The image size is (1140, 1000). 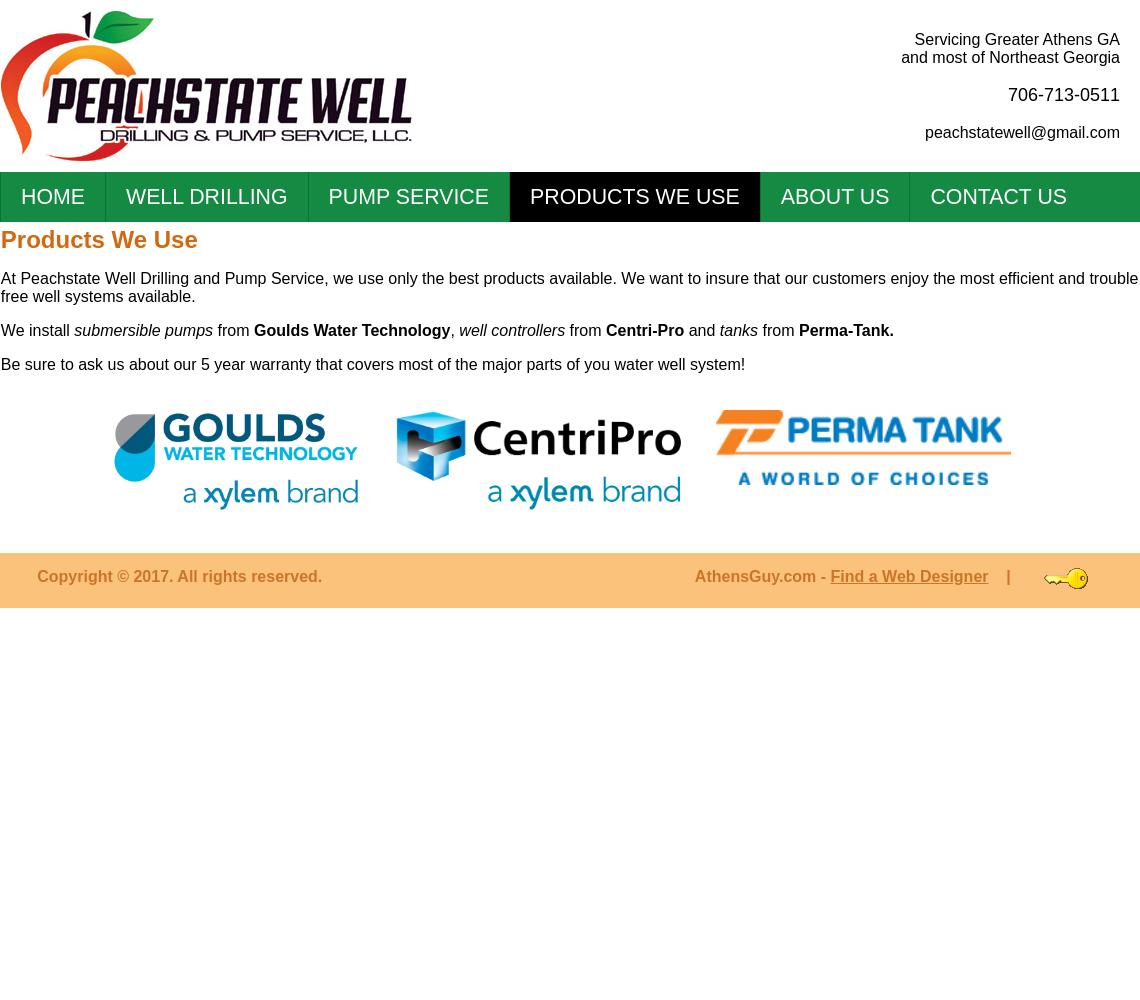 What do you see at coordinates (351, 329) in the screenshot?
I see `'Goulds Water Technology'` at bounding box center [351, 329].